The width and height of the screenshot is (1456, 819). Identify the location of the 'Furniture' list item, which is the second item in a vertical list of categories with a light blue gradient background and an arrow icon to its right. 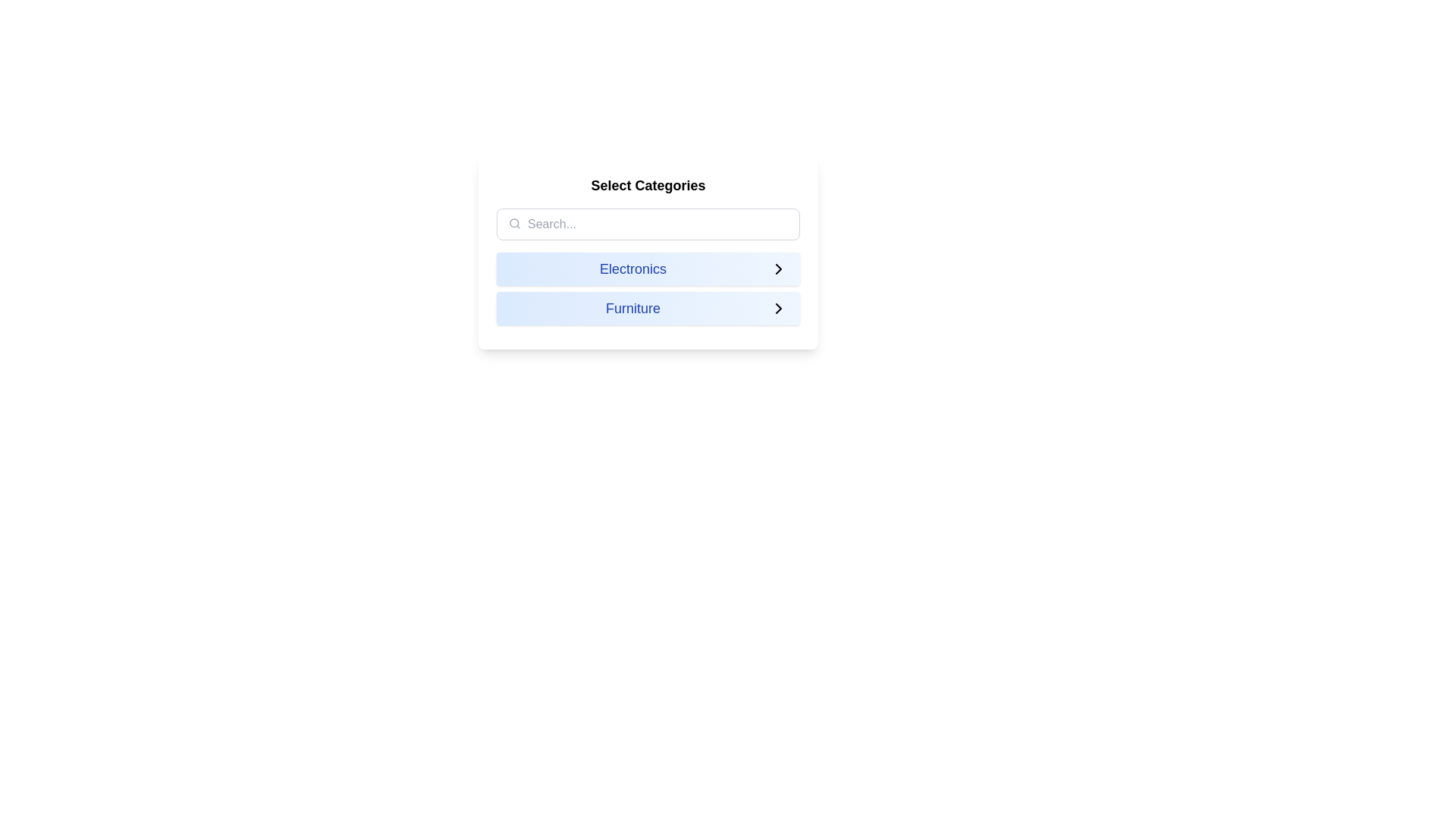
(648, 308).